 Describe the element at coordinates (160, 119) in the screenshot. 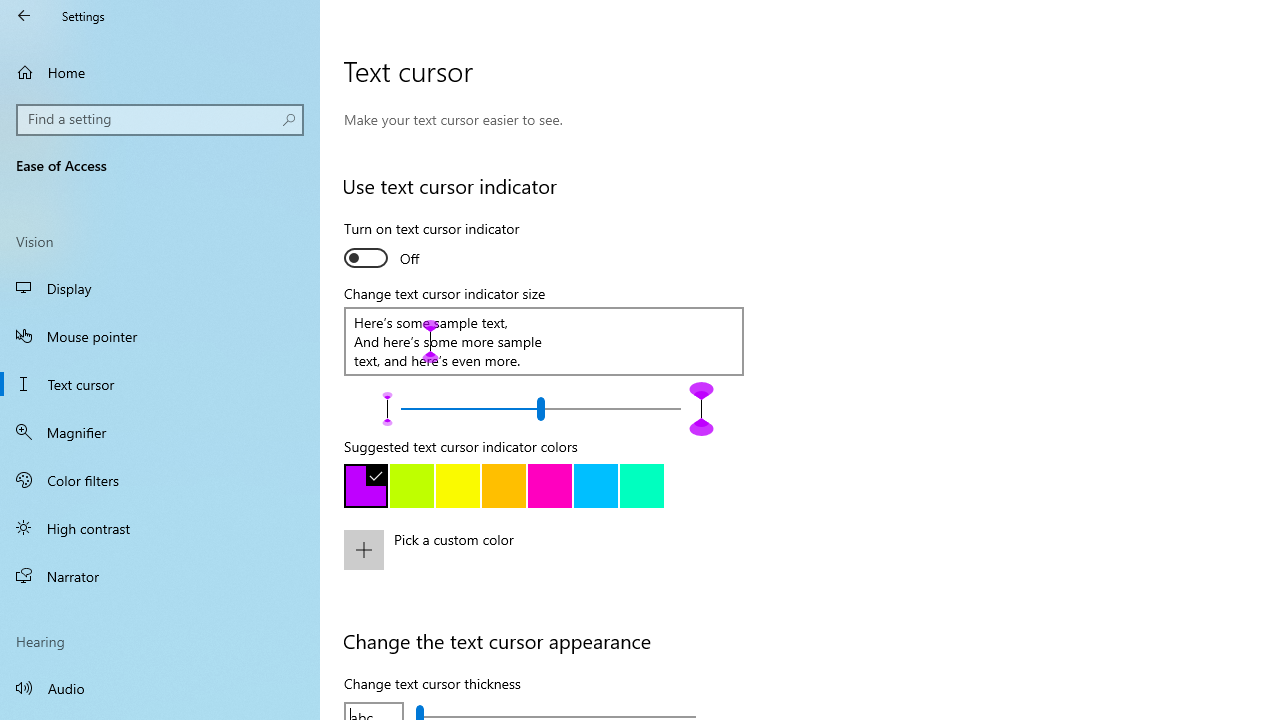

I see `'Search box, Find a setting'` at that location.